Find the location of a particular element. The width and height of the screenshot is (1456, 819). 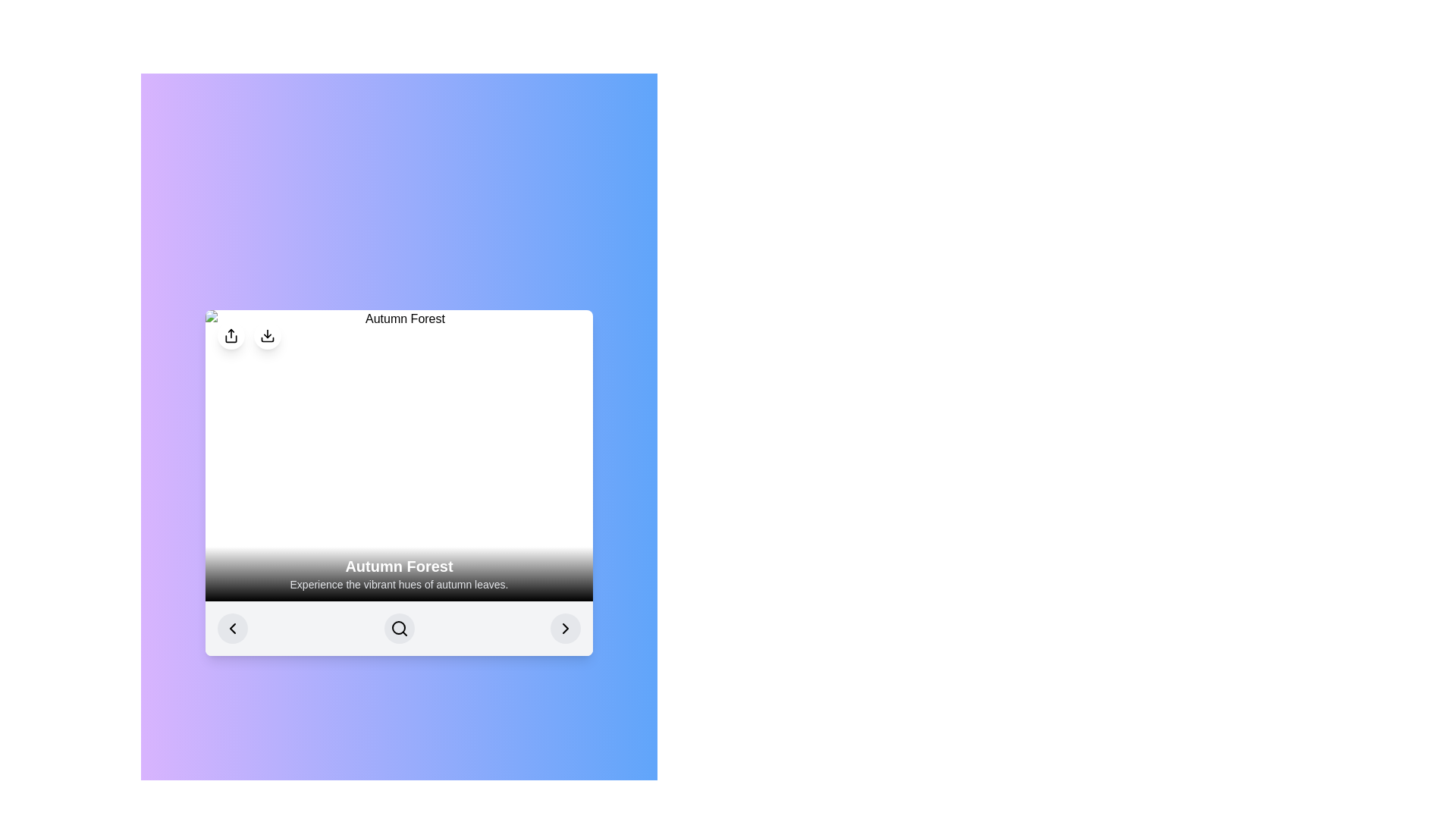

text content of the 'Autumn Forest' title located at the bottom section of the interface, which serves as the main label for the associated content is located at coordinates (399, 566).